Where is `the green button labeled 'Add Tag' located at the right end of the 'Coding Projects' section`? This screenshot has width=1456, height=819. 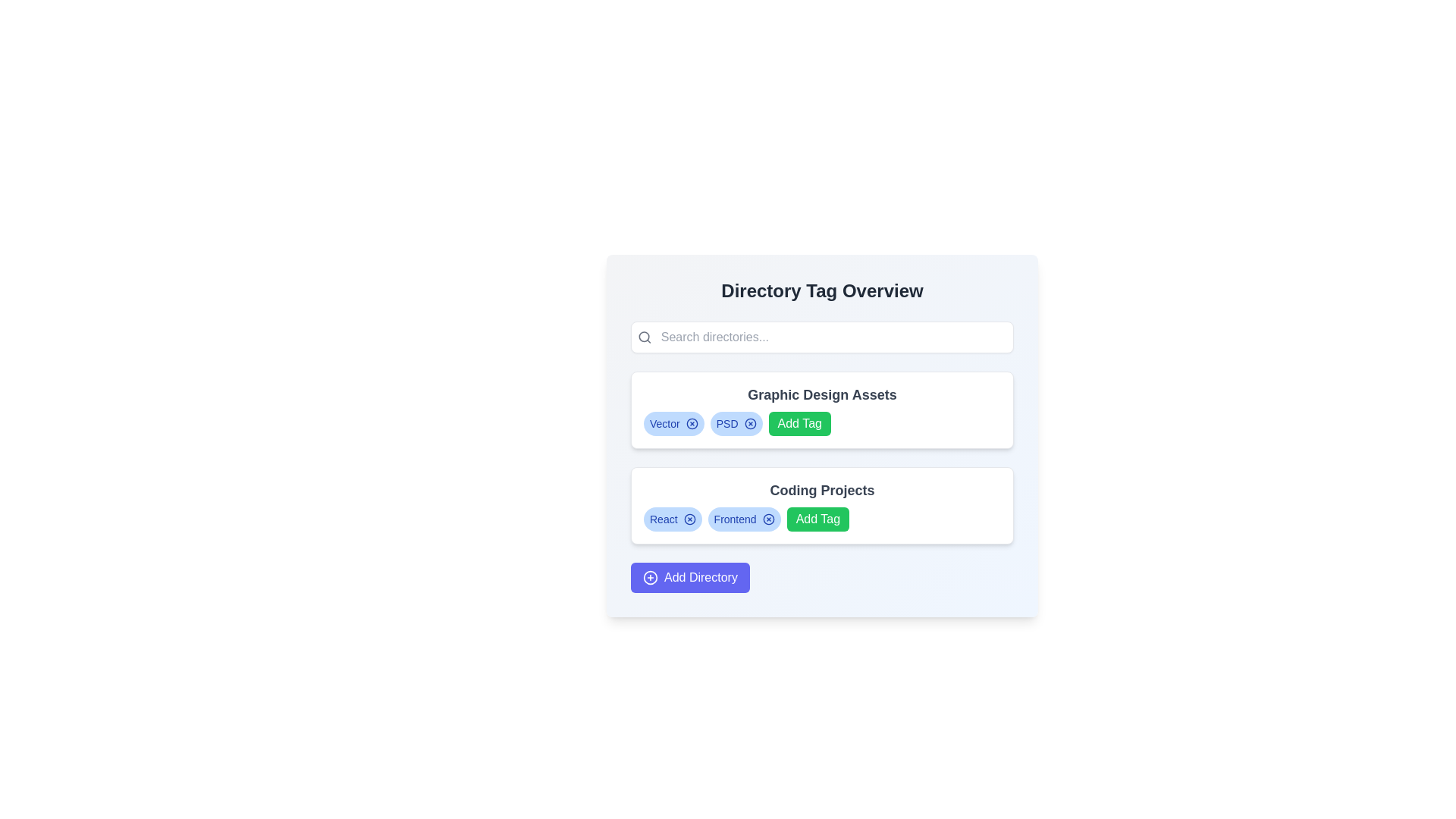
the green button labeled 'Add Tag' located at the right end of the 'Coding Projects' section is located at coordinates (821, 519).